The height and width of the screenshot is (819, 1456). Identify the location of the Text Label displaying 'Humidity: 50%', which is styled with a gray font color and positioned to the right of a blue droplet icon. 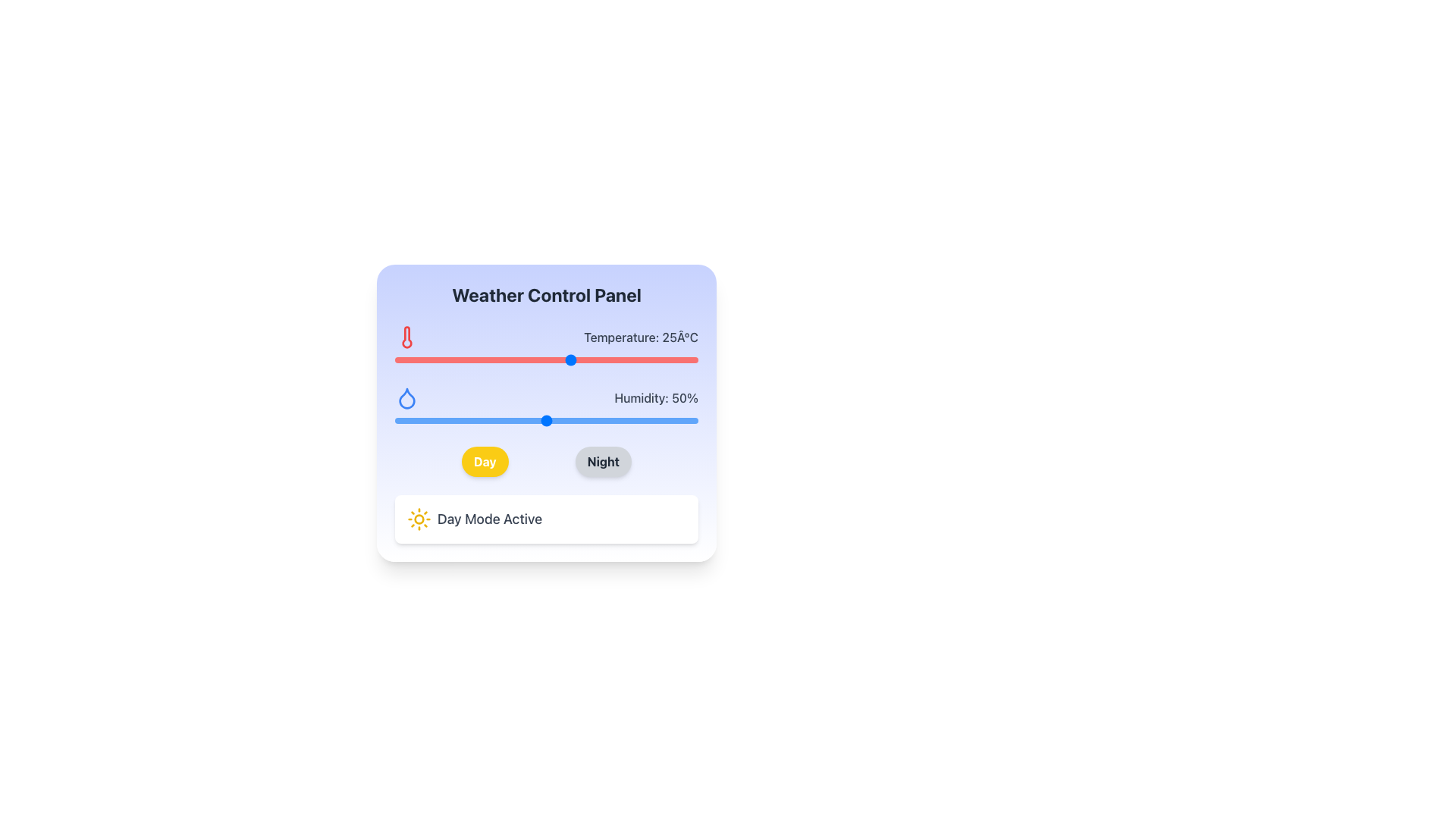
(656, 397).